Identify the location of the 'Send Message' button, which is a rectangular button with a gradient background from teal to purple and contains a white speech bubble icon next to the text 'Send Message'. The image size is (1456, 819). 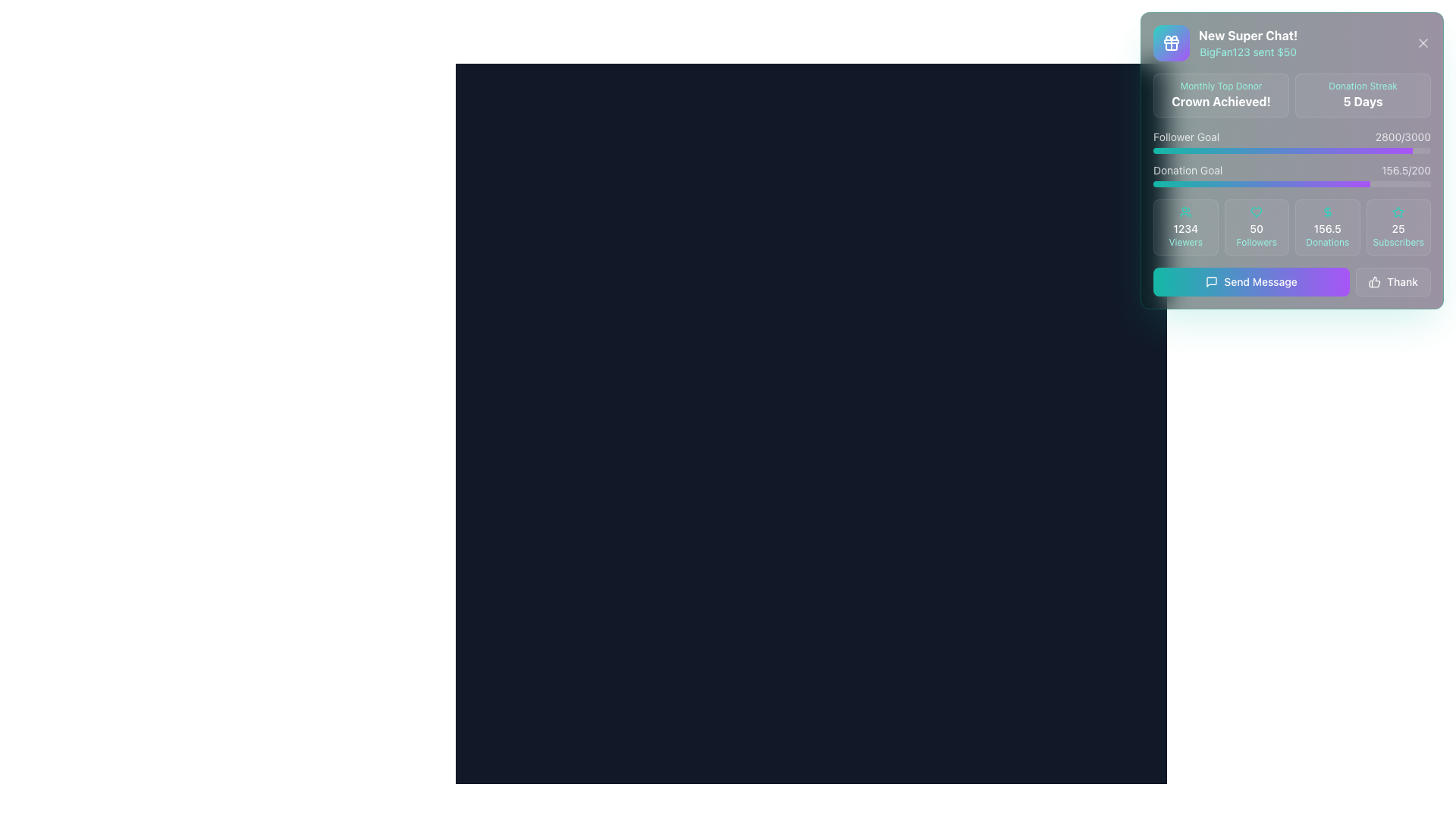
(1291, 281).